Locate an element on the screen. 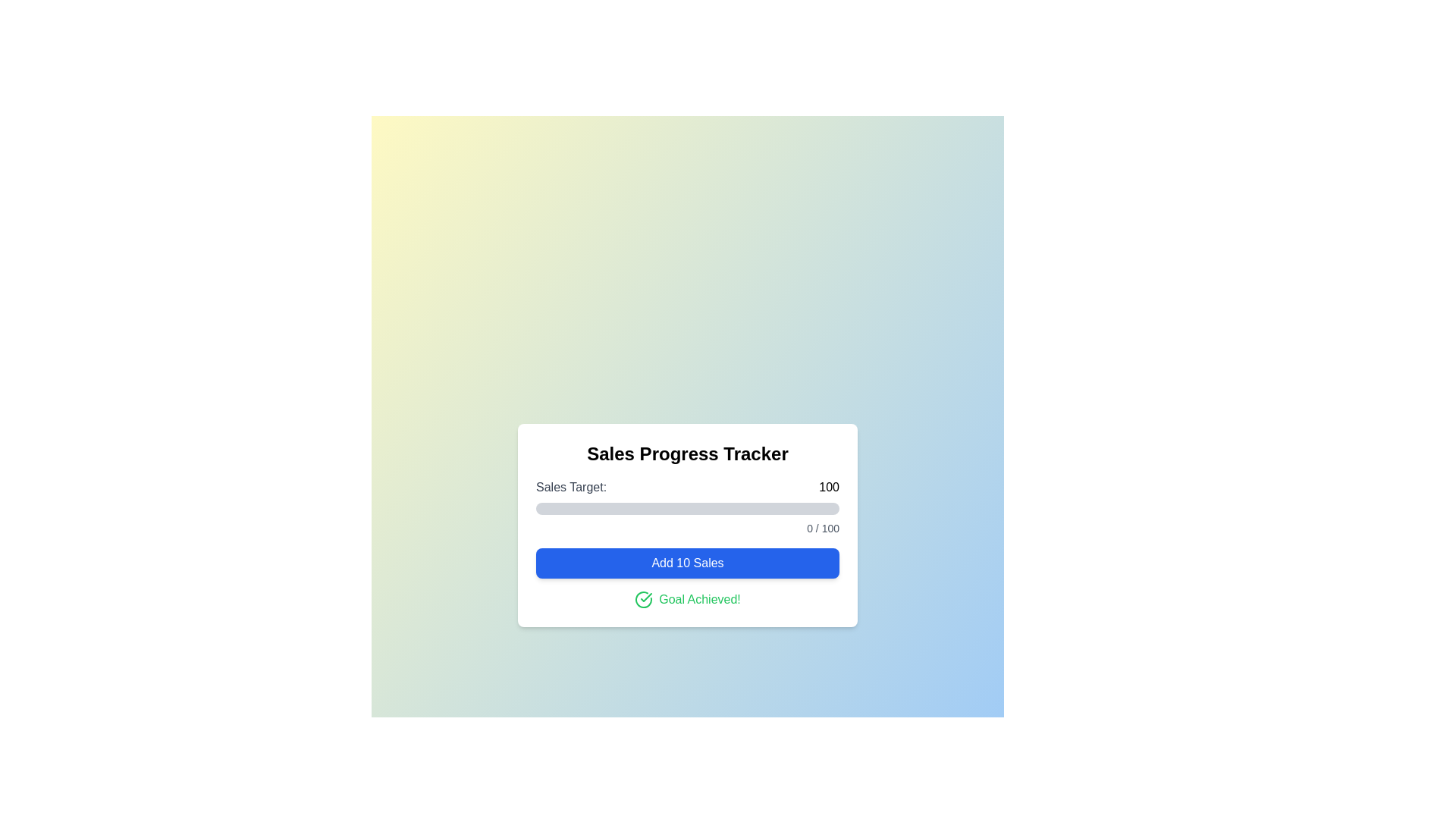 This screenshot has width=1456, height=819. text from the Progress bar with accompanying information located under the 'Sales Progress Tracker' heading and above the 'Add 10 Sales' button is located at coordinates (687, 507).